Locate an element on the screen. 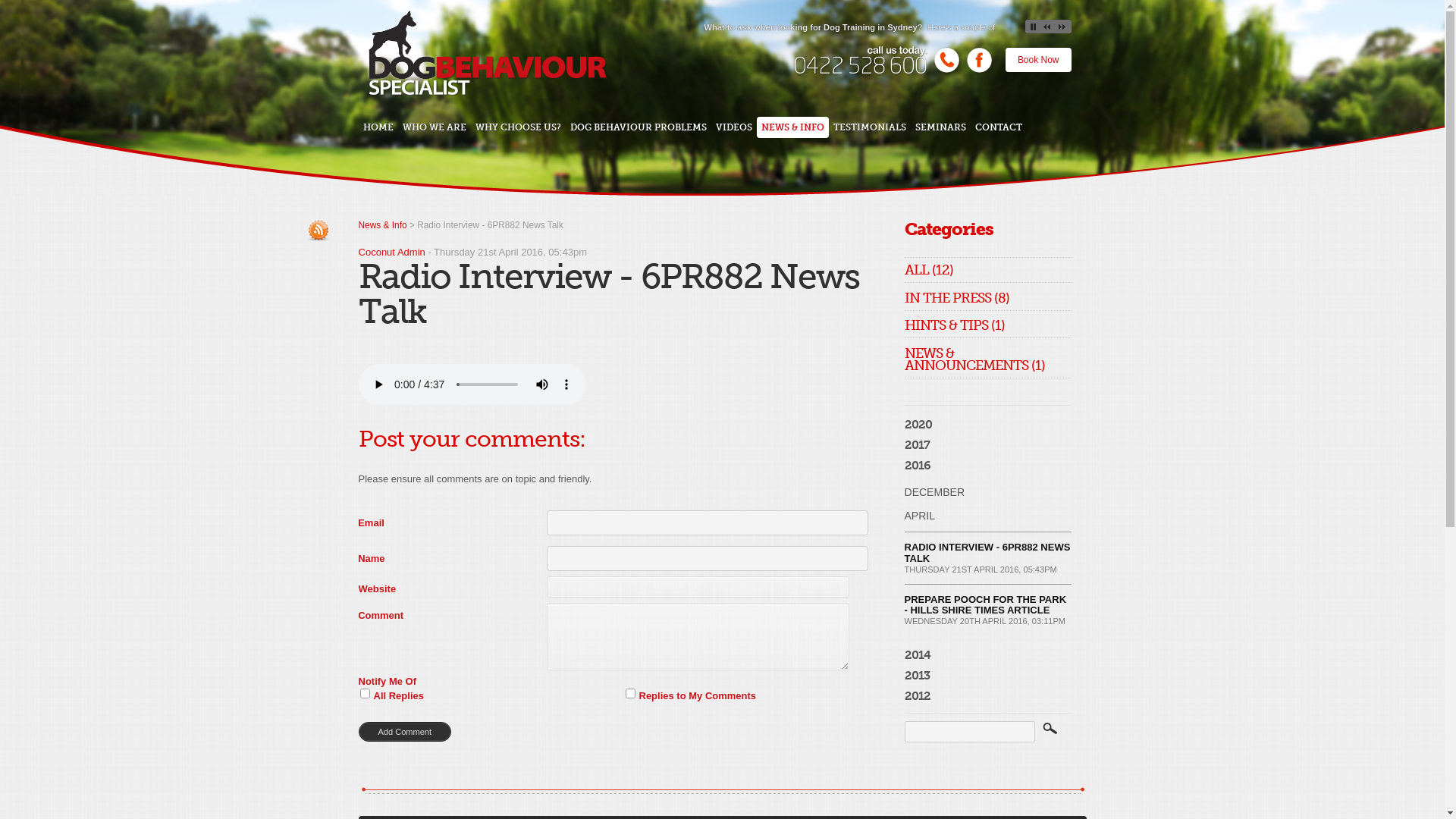 The height and width of the screenshot is (819, 1456). 'NEWS & INFO' is located at coordinates (792, 127).